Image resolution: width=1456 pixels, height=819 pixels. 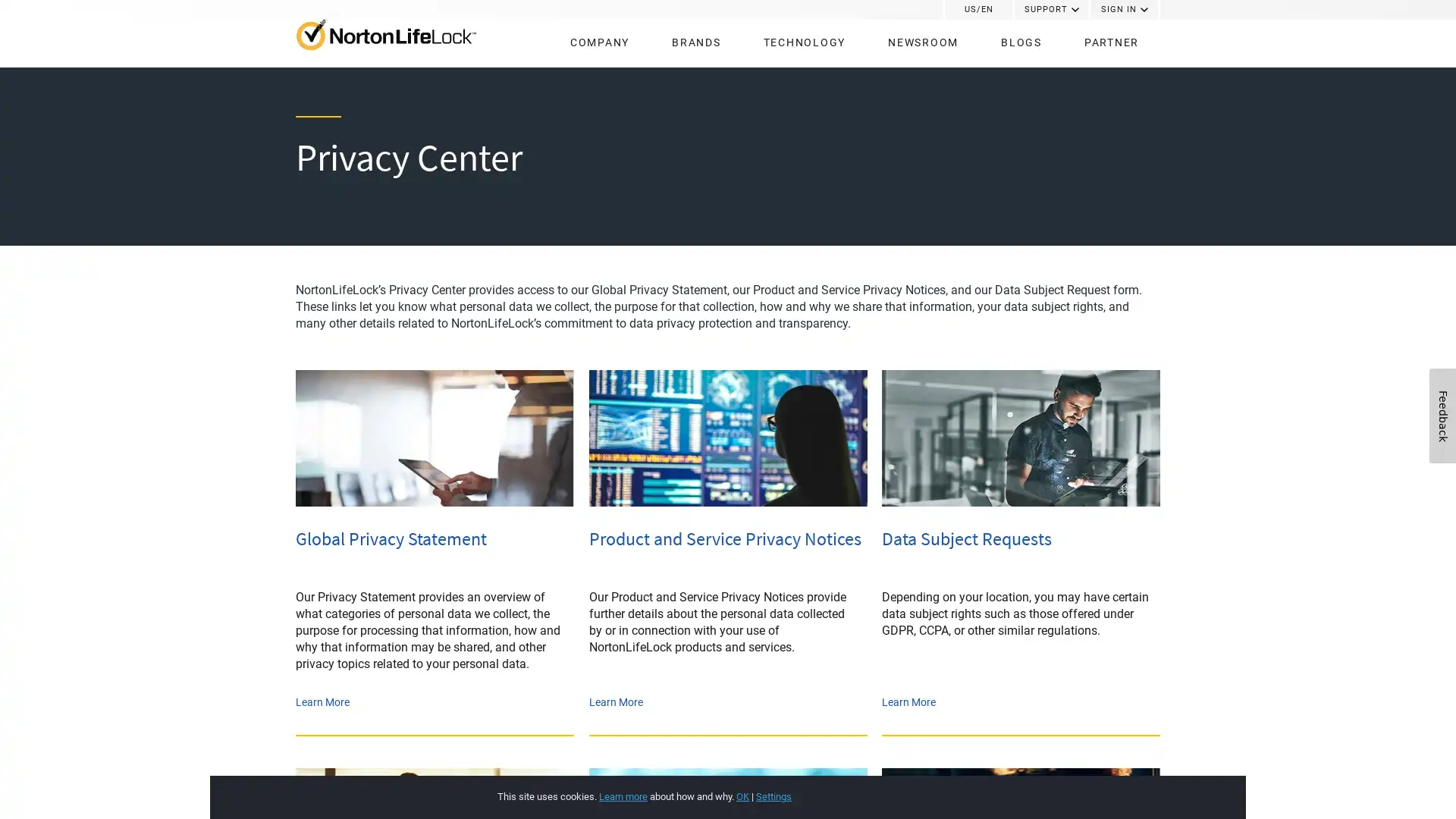 What do you see at coordinates (1125, 780) in the screenshot?
I see `Close consent Widget` at bounding box center [1125, 780].